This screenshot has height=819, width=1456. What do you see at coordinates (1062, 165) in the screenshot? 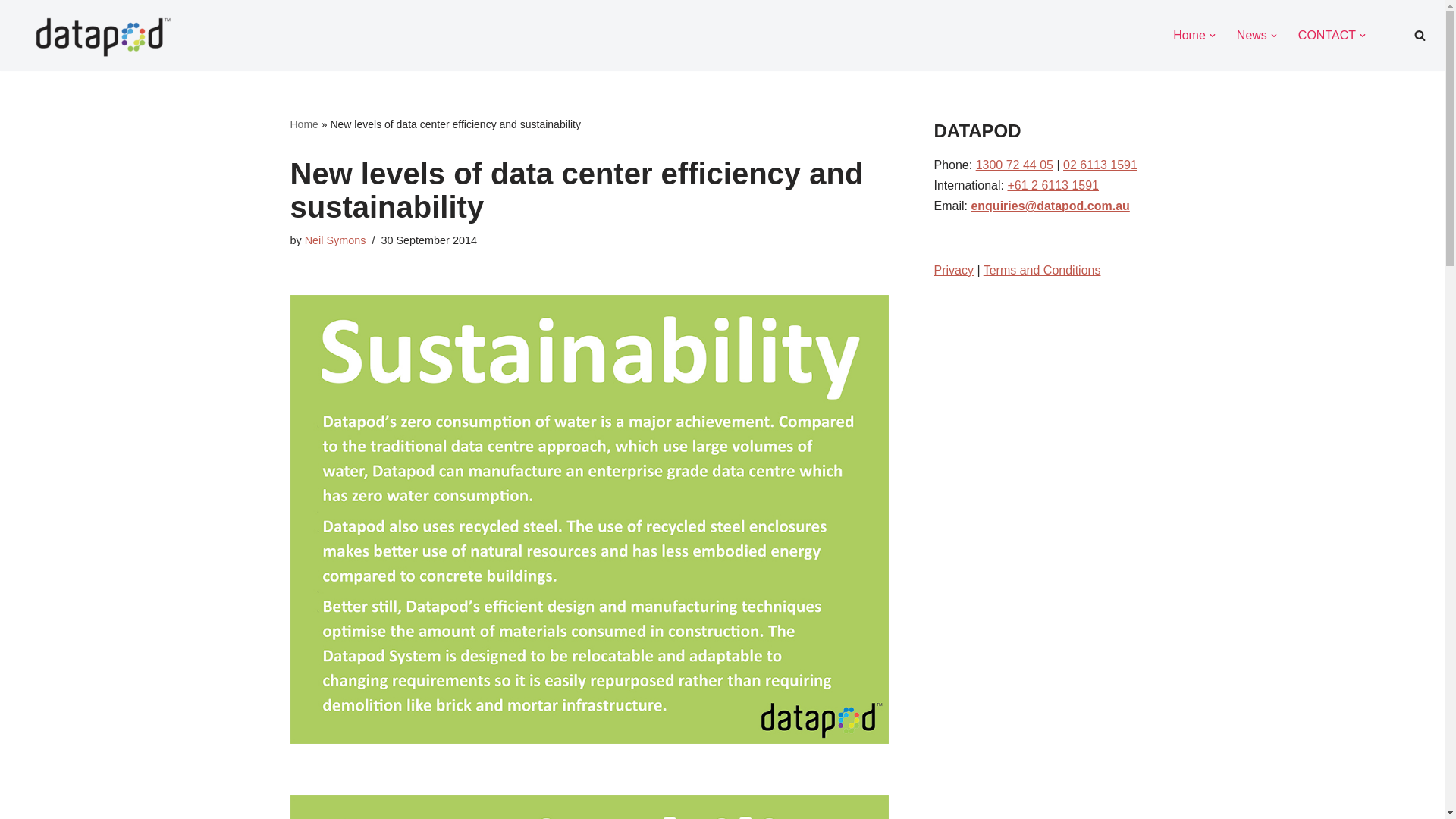
I see `'02 6113 1591'` at bounding box center [1062, 165].